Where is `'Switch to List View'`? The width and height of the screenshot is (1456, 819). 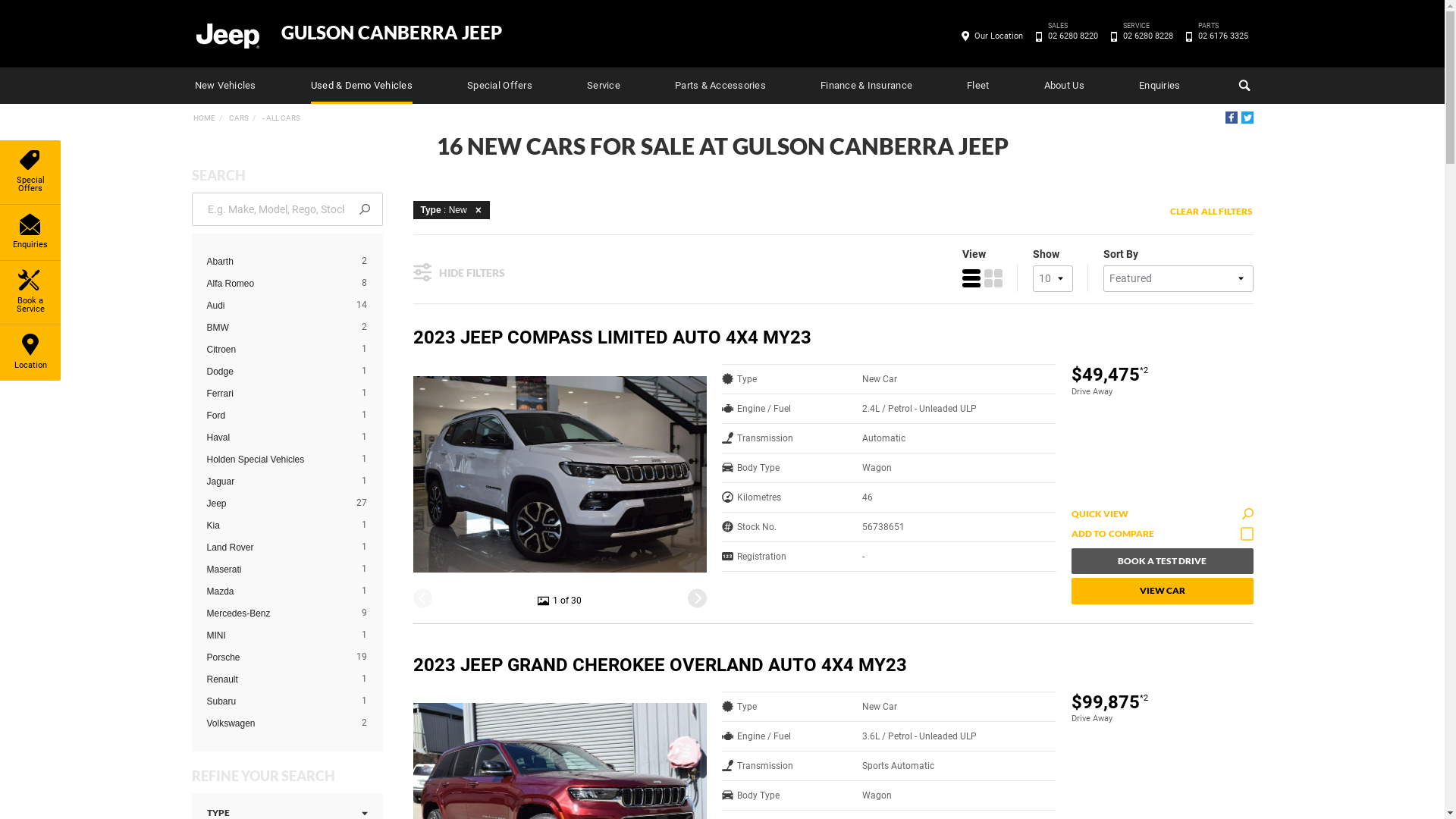
'Switch to List View' is located at coordinates (971, 278).